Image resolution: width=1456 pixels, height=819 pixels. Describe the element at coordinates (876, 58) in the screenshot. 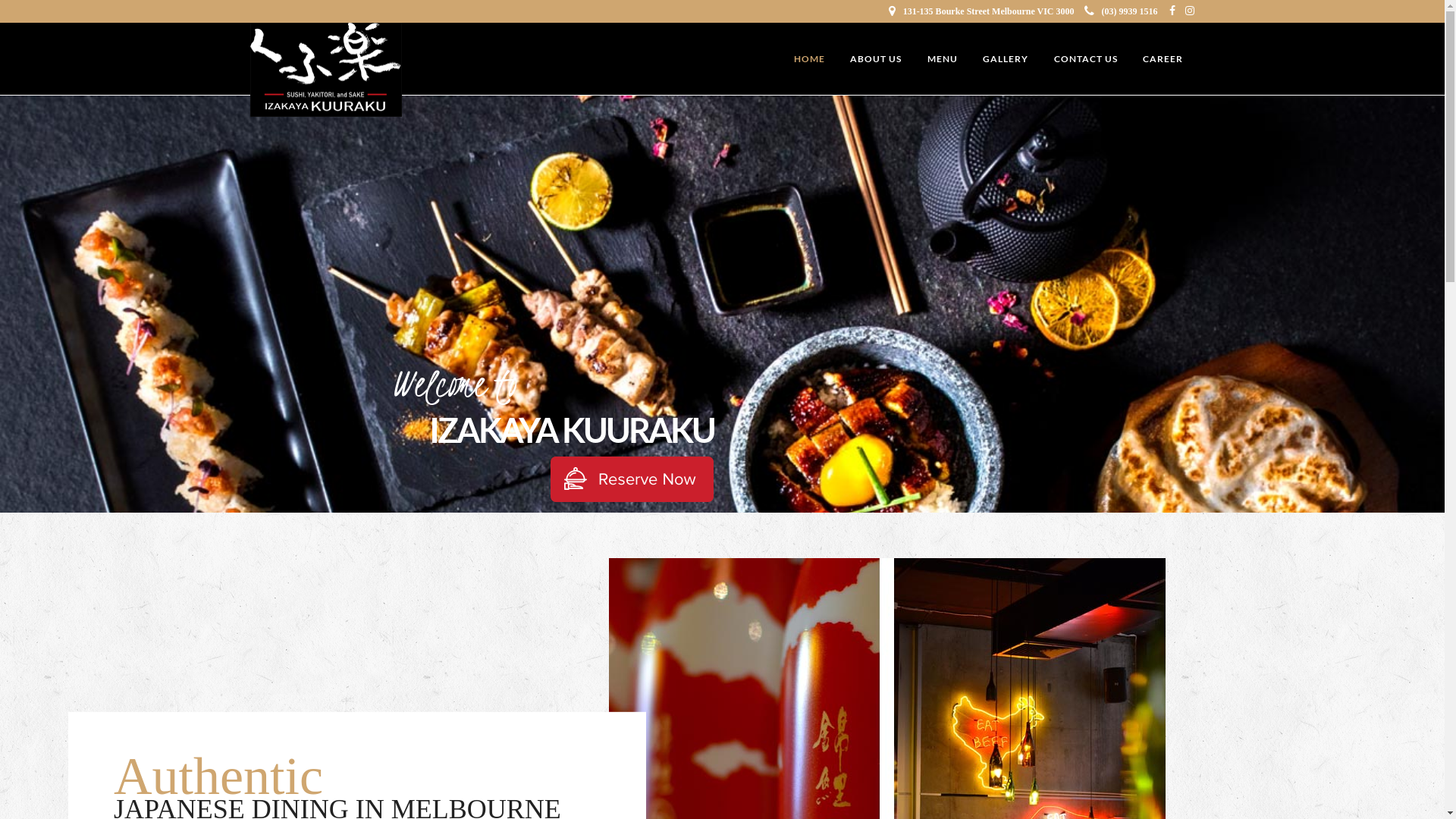

I see `'ABOUT US'` at that location.